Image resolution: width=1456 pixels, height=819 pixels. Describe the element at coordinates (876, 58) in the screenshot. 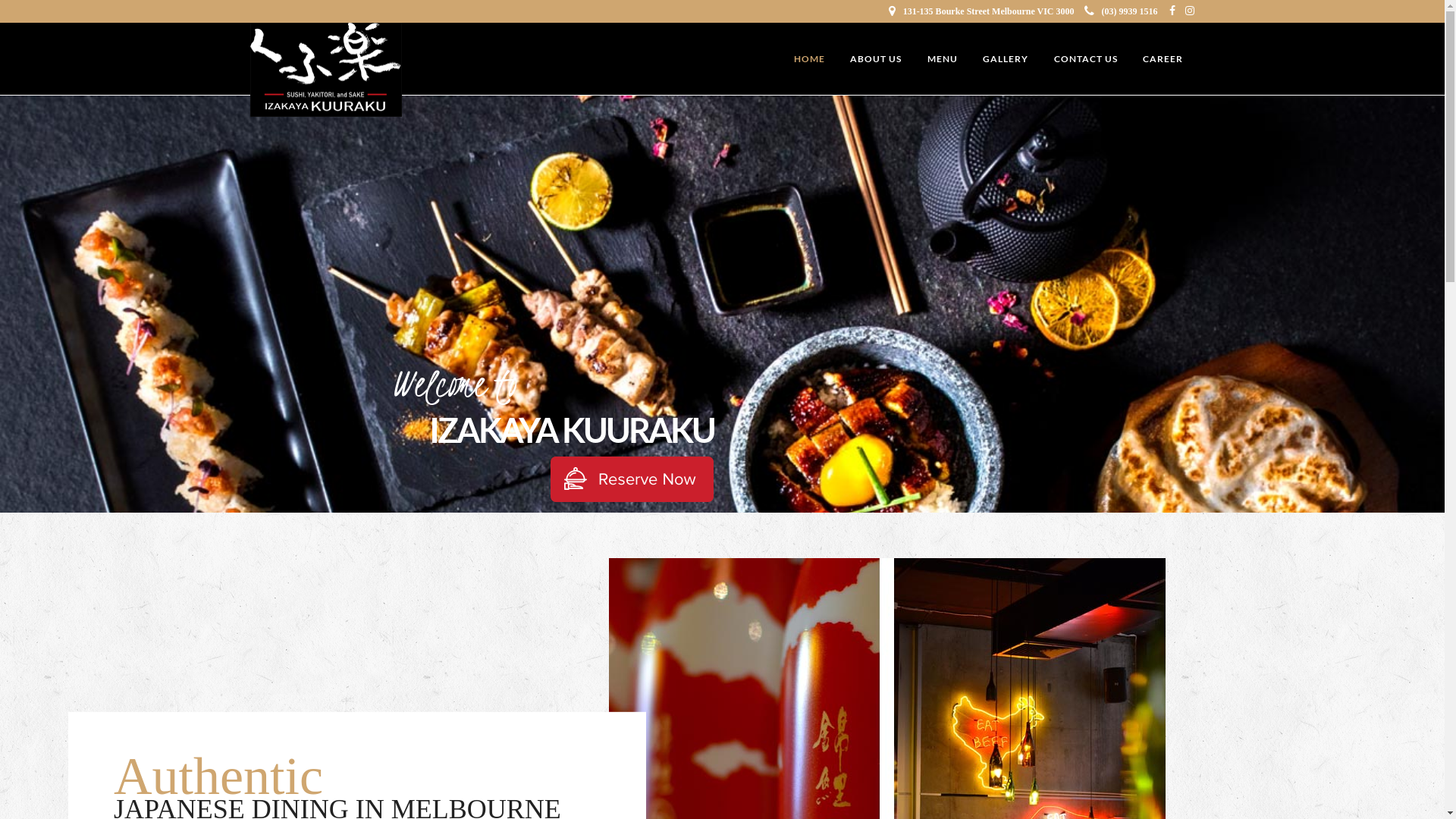

I see `'ABOUT US'` at that location.